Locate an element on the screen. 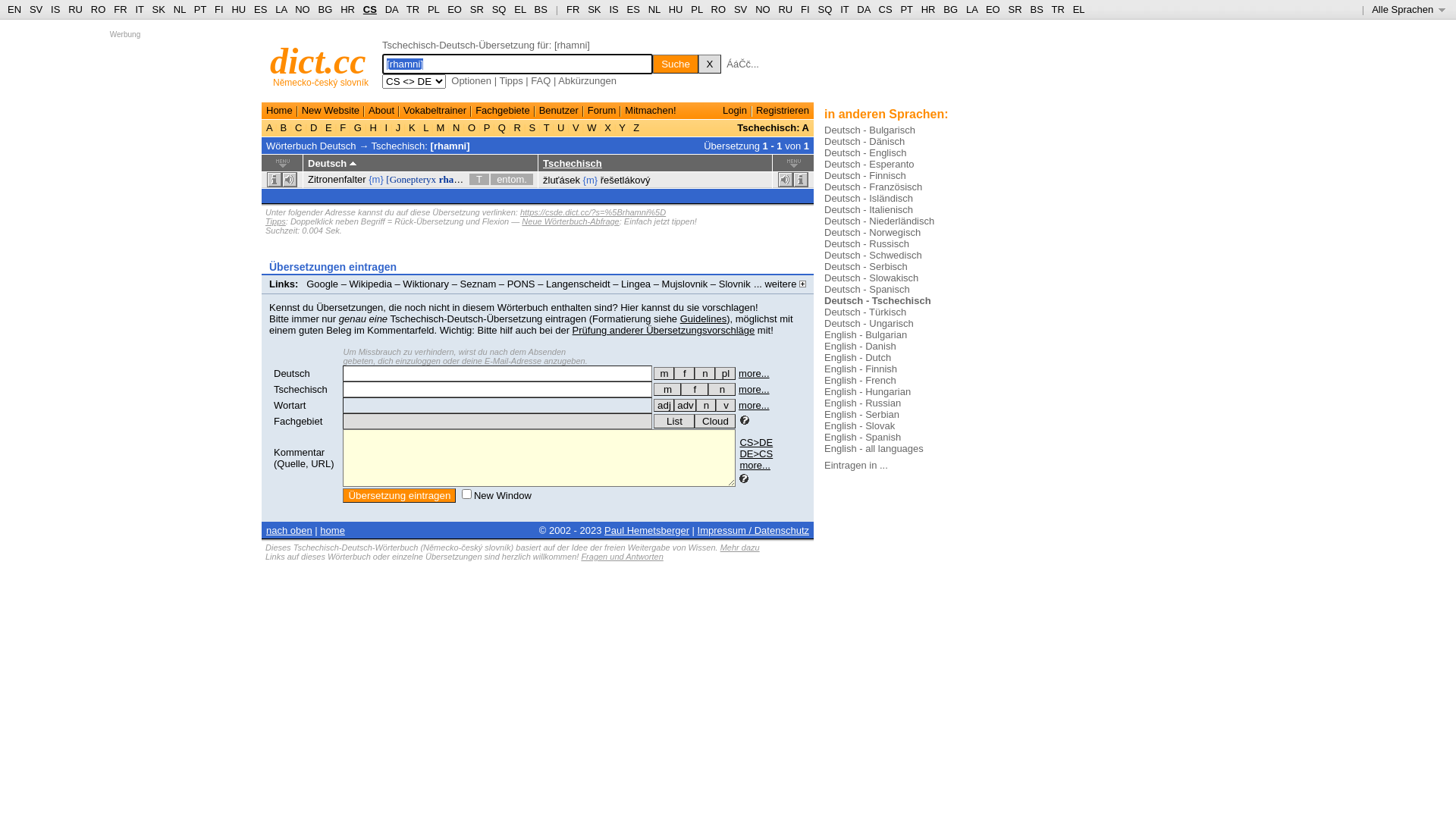  'LA' is located at coordinates (281, 9).